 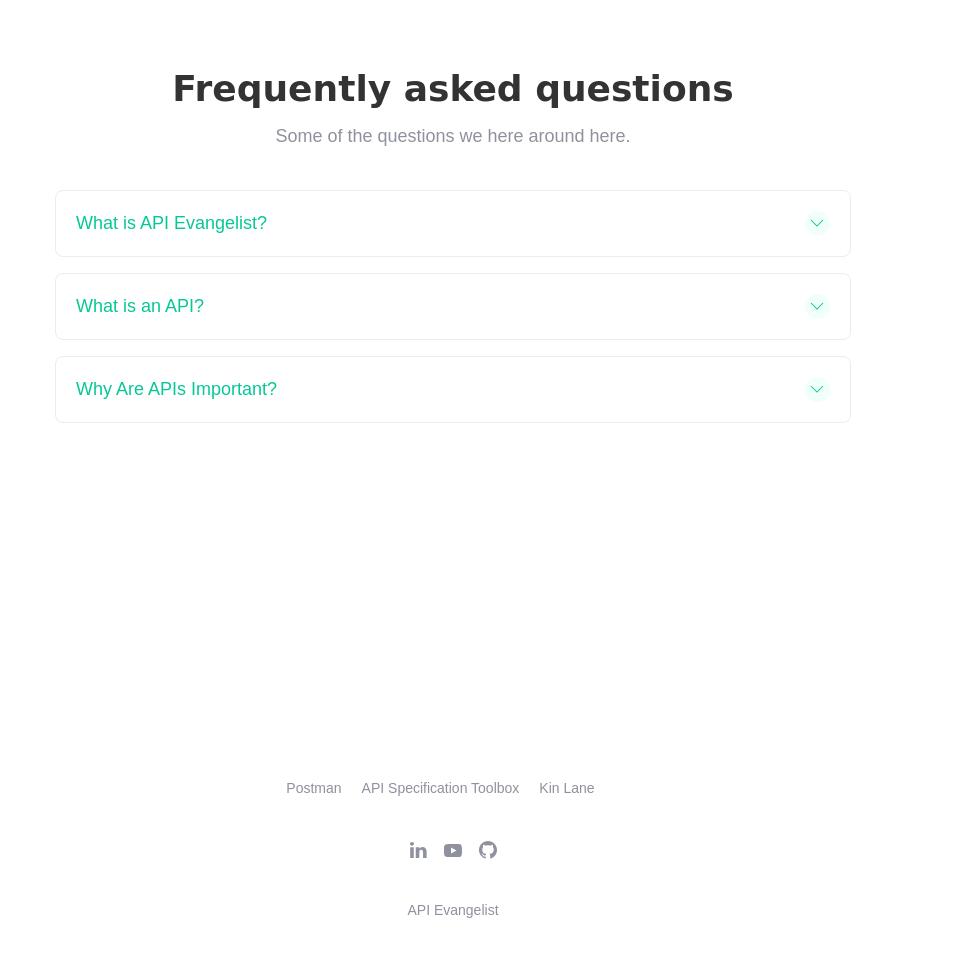 I want to click on 'Didn't find an answer?', so click(x=452, y=523).